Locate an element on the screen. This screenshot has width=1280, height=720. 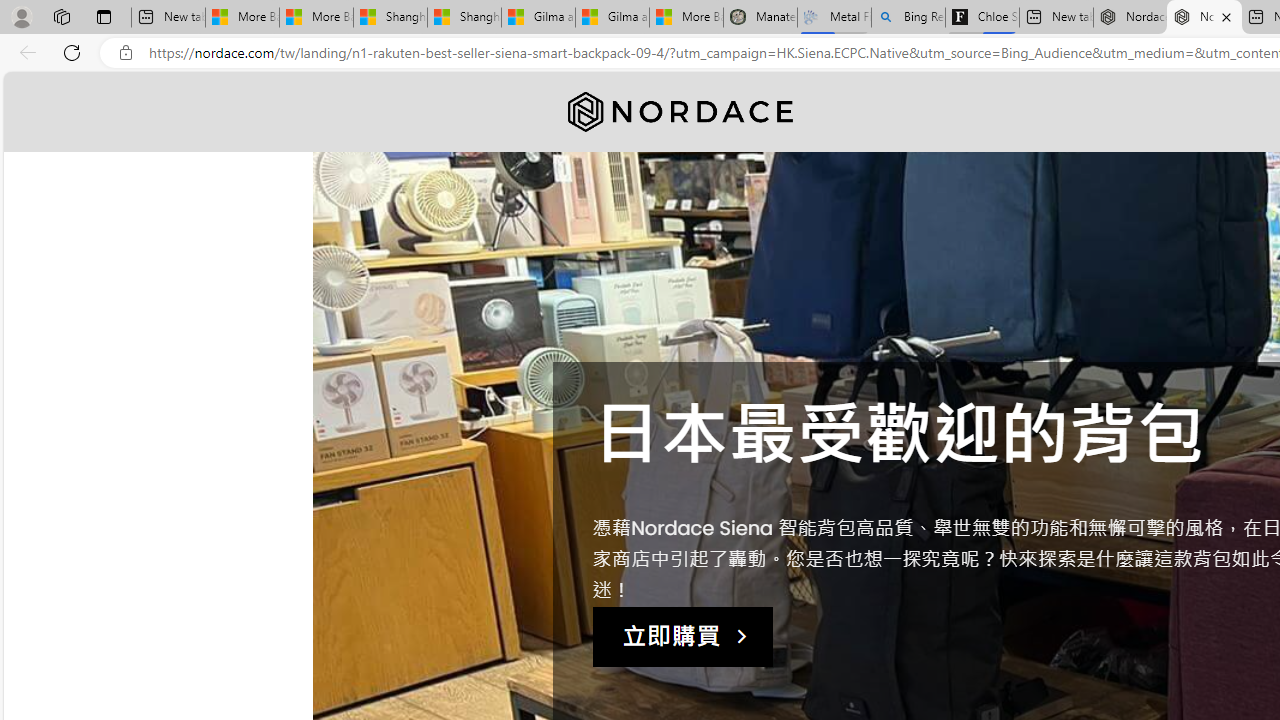
'View site information' is located at coordinates (125, 52).